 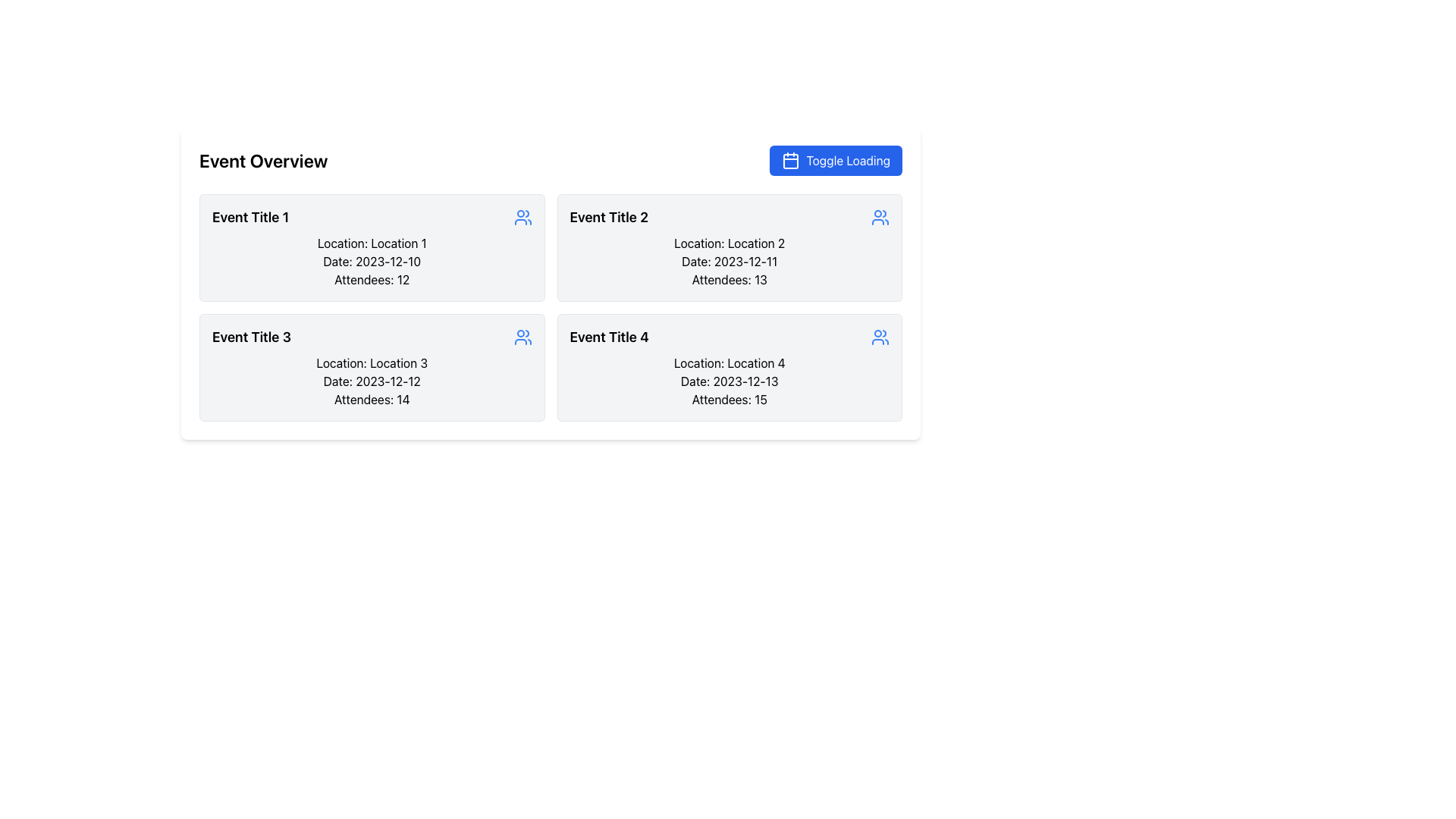 What do you see at coordinates (730, 399) in the screenshot?
I see `the Static Text that displays 'Attendees: 15', which is located in a light gray, bordered, rounded rectangle containing event details for 'Event Title 4'` at bounding box center [730, 399].